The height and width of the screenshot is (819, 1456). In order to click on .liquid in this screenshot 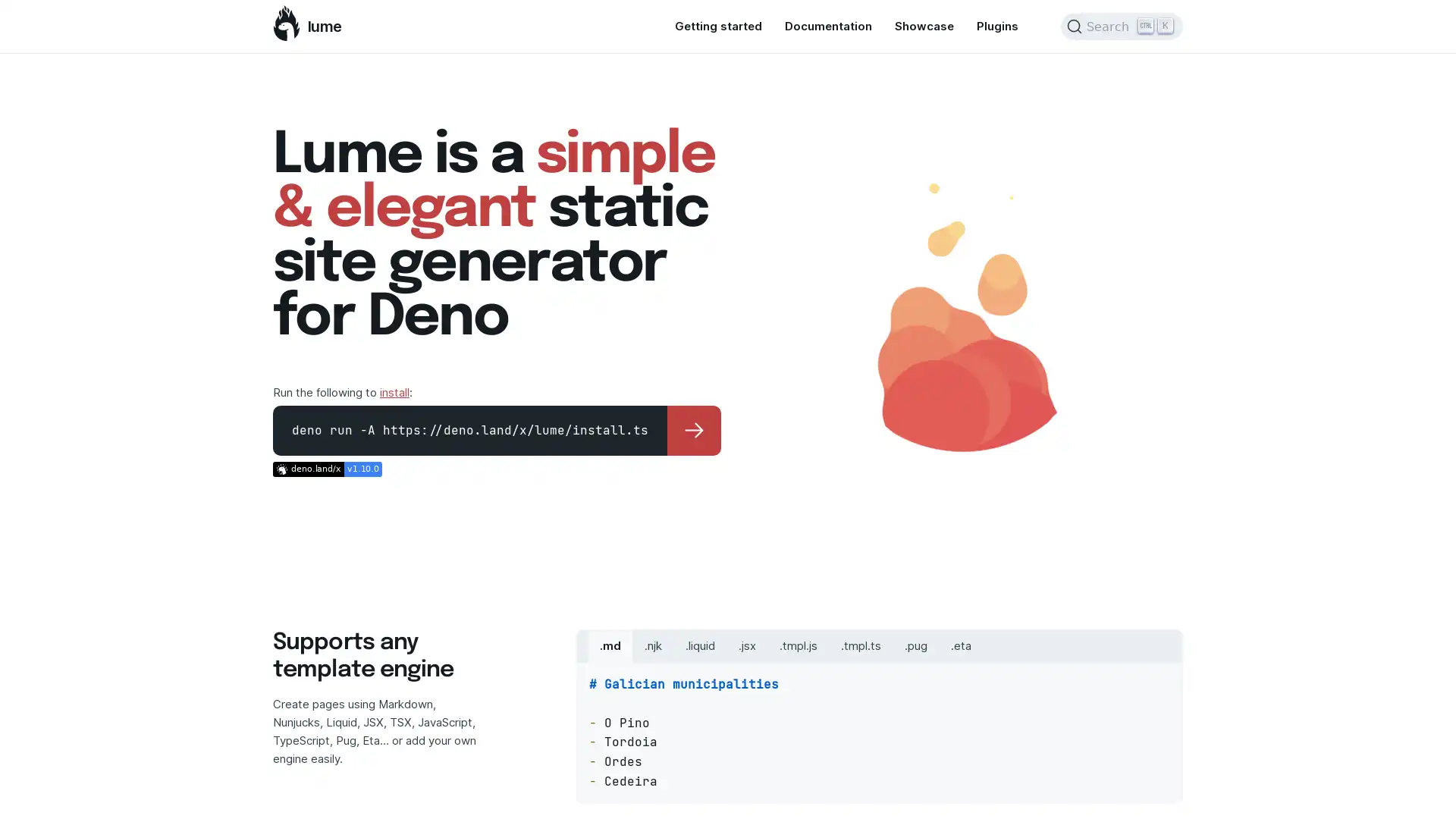, I will do `click(699, 645)`.